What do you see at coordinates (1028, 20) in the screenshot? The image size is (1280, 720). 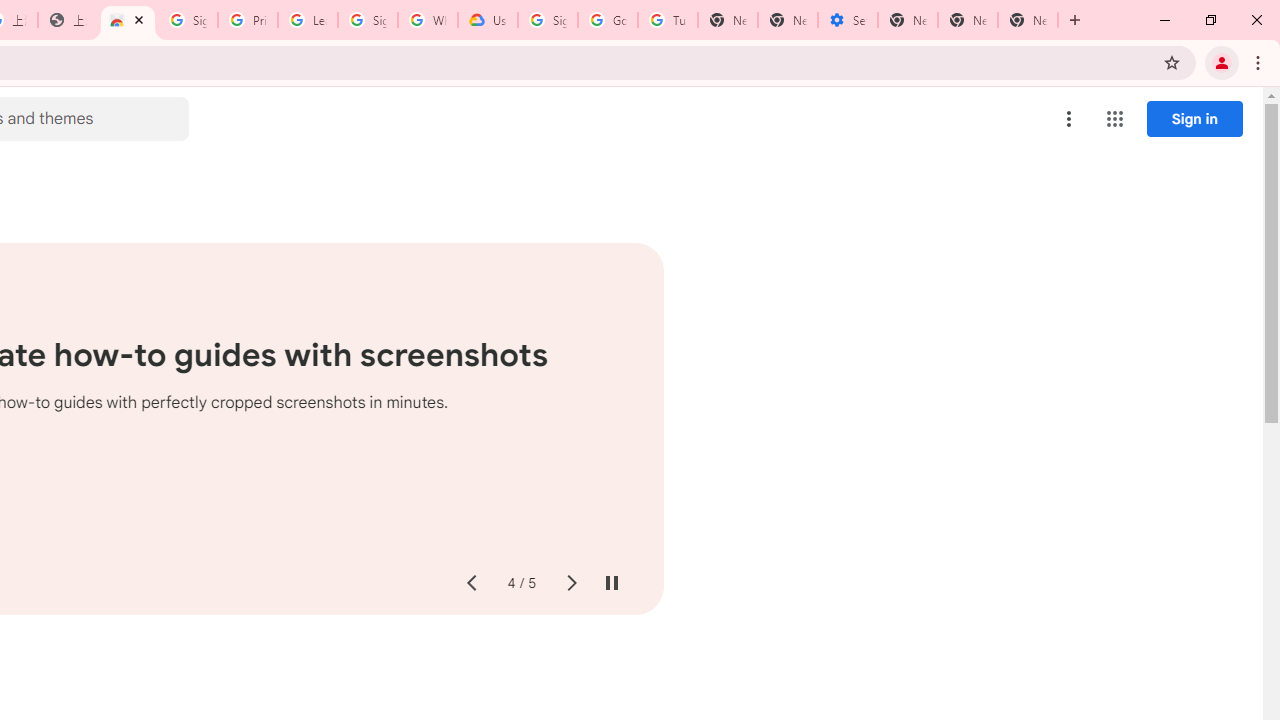 I see `'New Tab'` at bounding box center [1028, 20].